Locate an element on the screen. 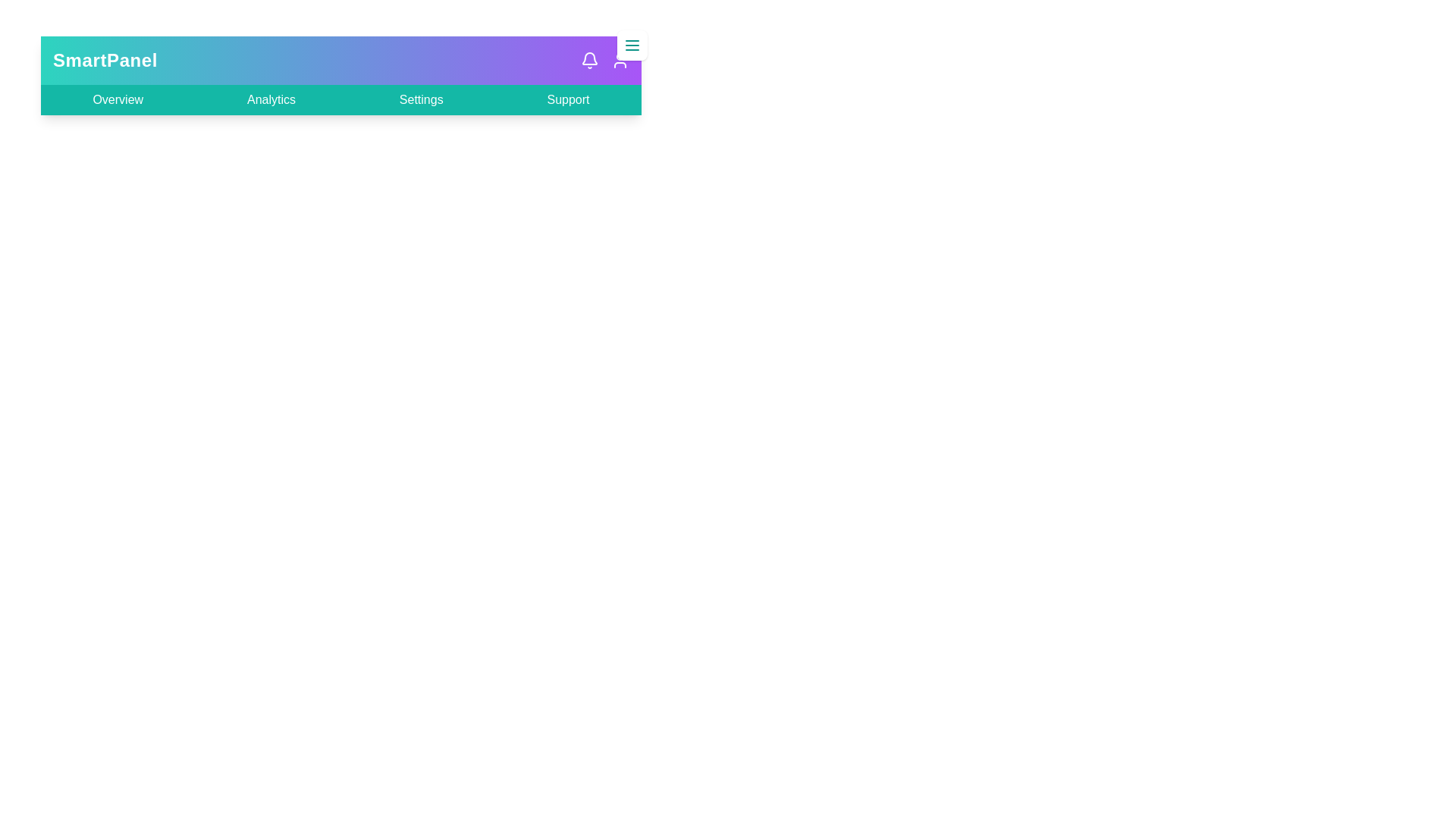 This screenshot has height=819, width=1456. the Support link to navigate to the respective section is located at coordinates (567, 99).